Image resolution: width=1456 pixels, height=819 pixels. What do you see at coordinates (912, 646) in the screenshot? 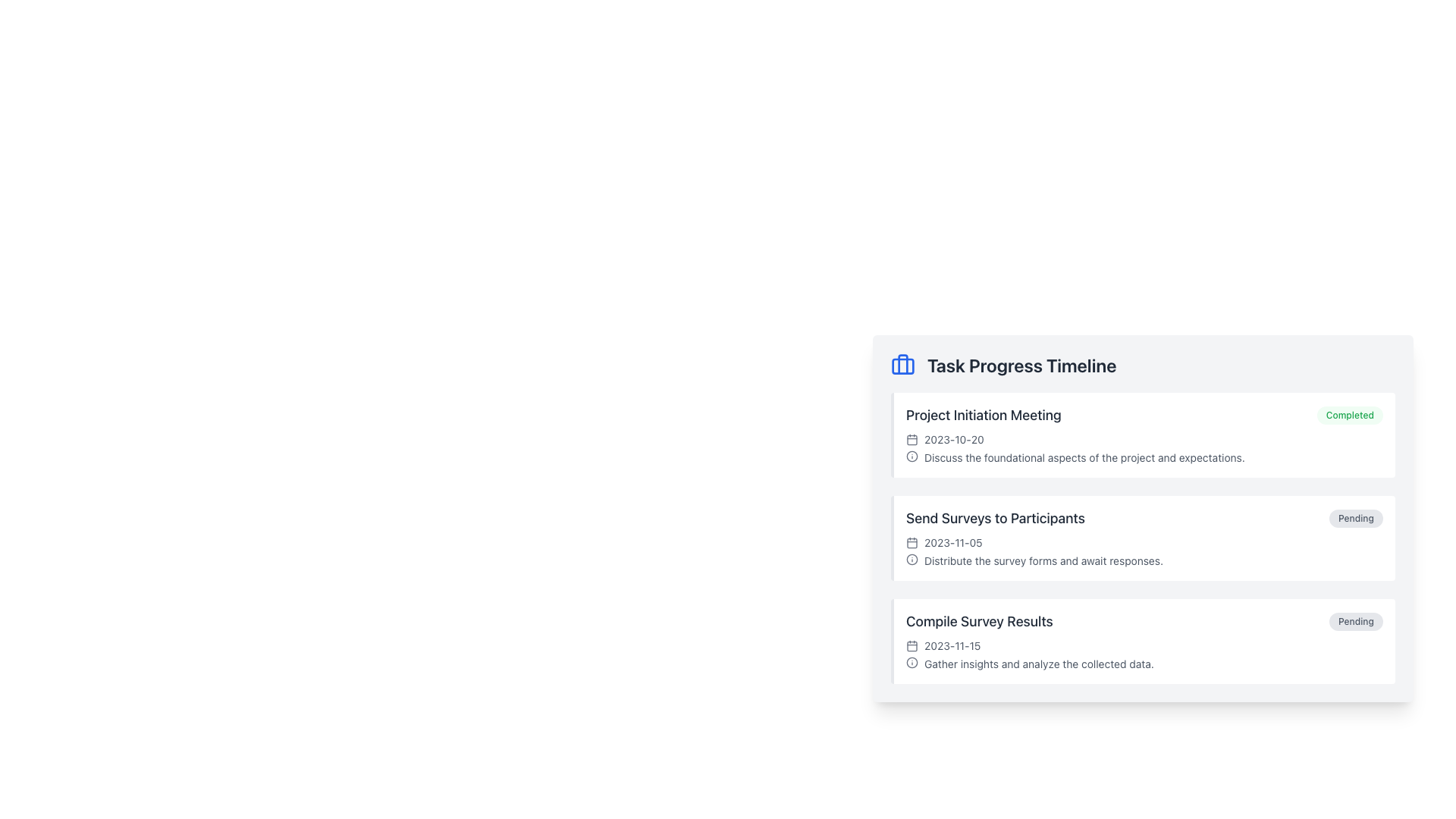
I see `the calendar icon located on the left side of the date block showing '2023-11-15' in the timeline entry titled 'Compile Survey Results'` at bounding box center [912, 646].